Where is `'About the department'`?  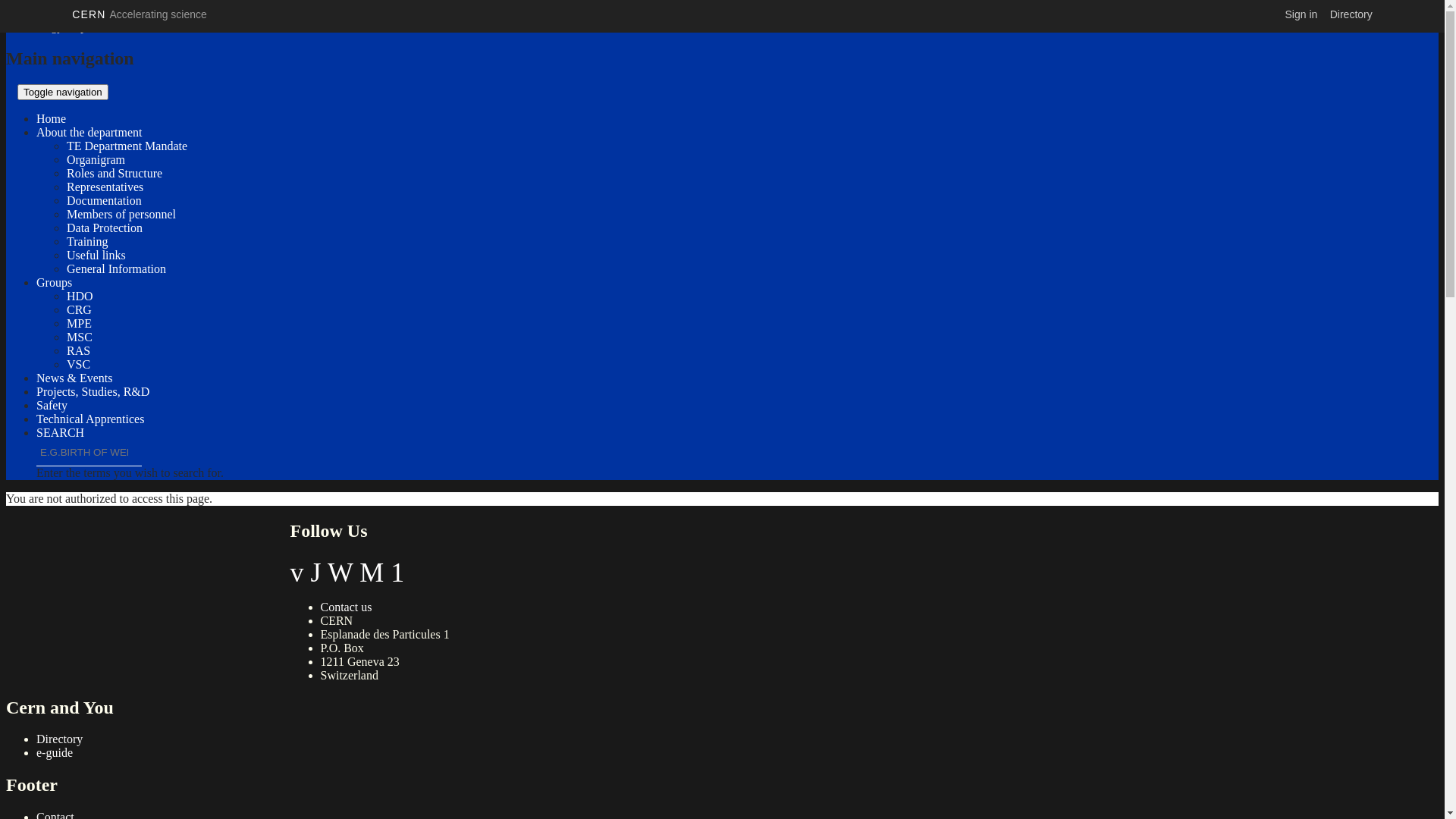
'About the department' is located at coordinates (36, 131).